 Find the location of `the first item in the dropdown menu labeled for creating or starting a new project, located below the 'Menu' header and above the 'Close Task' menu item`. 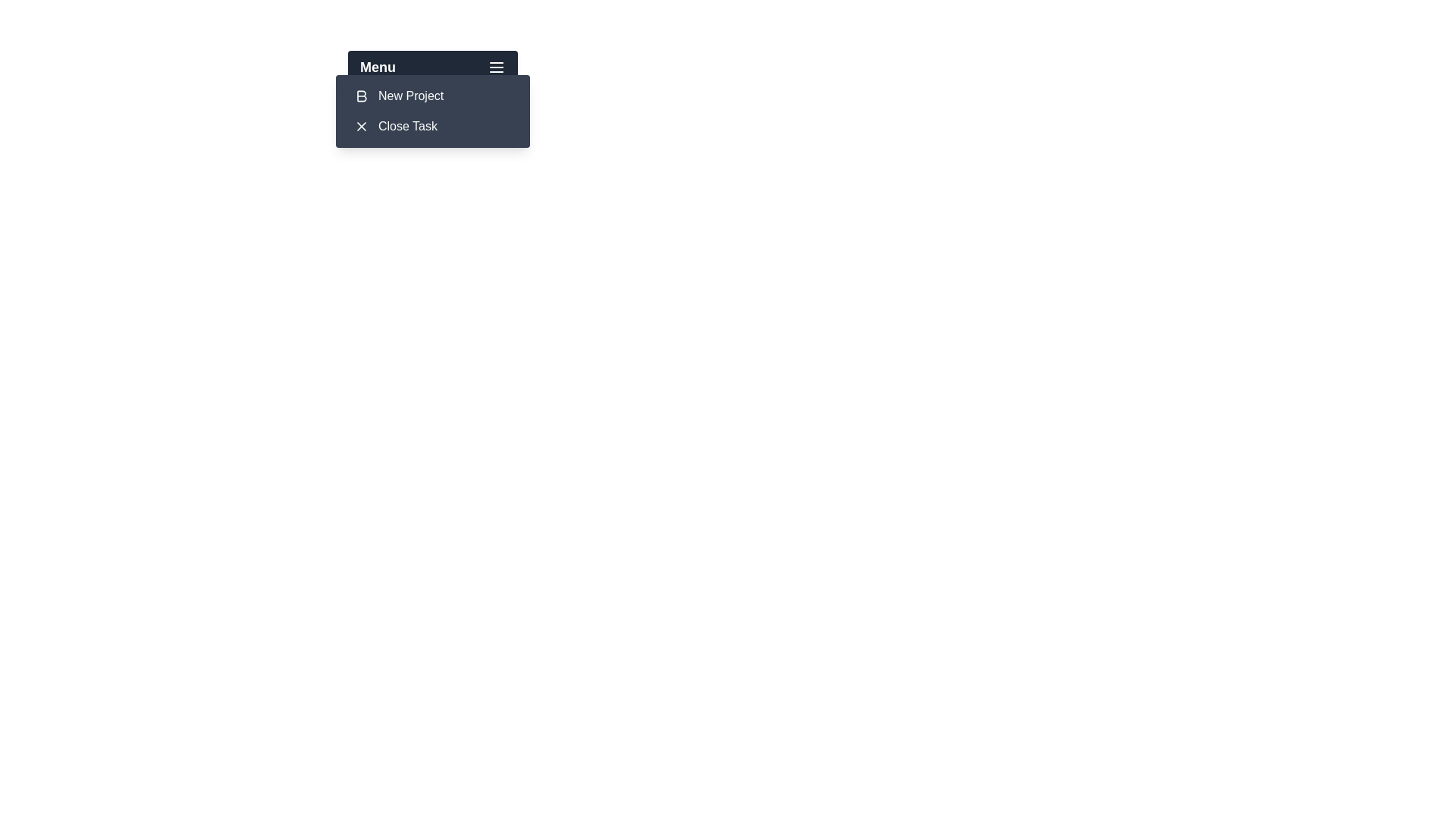

the first item in the dropdown menu labeled for creating or starting a new project, located below the 'Menu' header and above the 'Close Task' menu item is located at coordinates (411, 96).